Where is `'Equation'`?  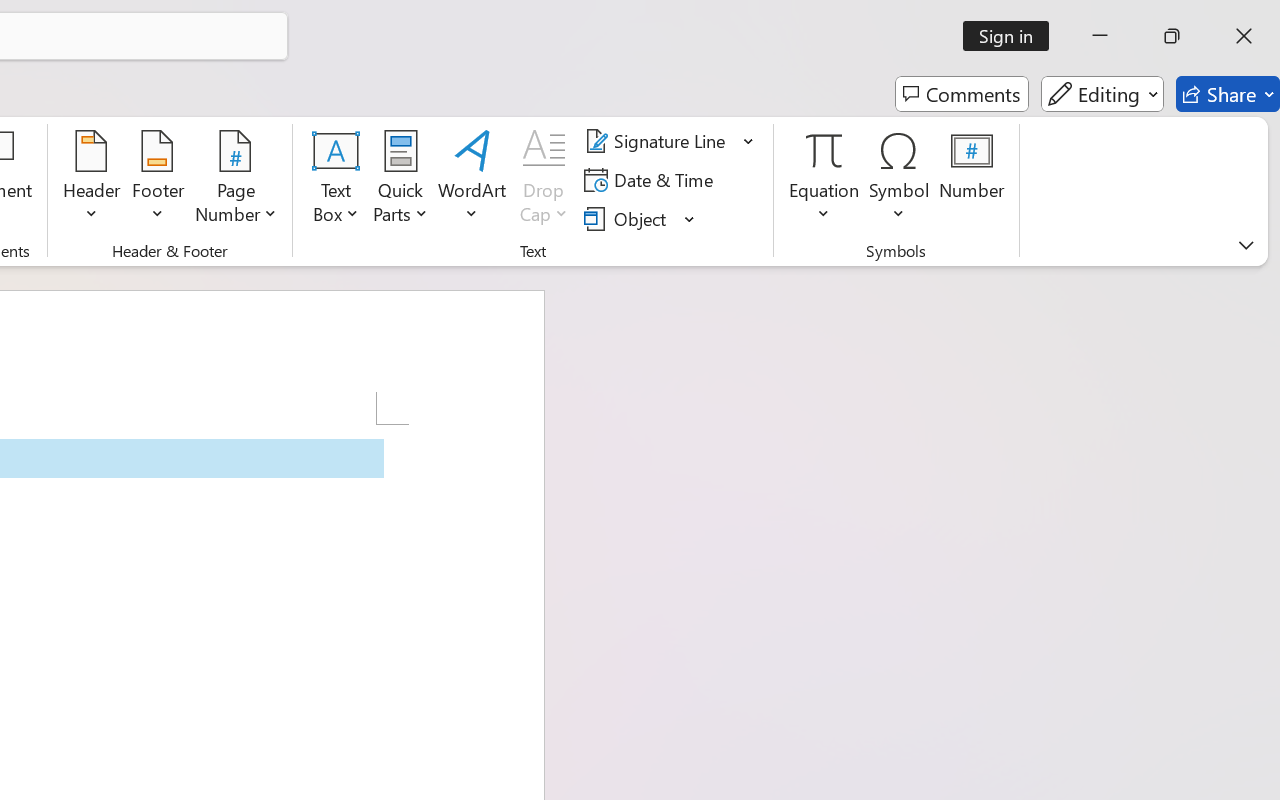
'Equation' is located at coordinates (824, 150).